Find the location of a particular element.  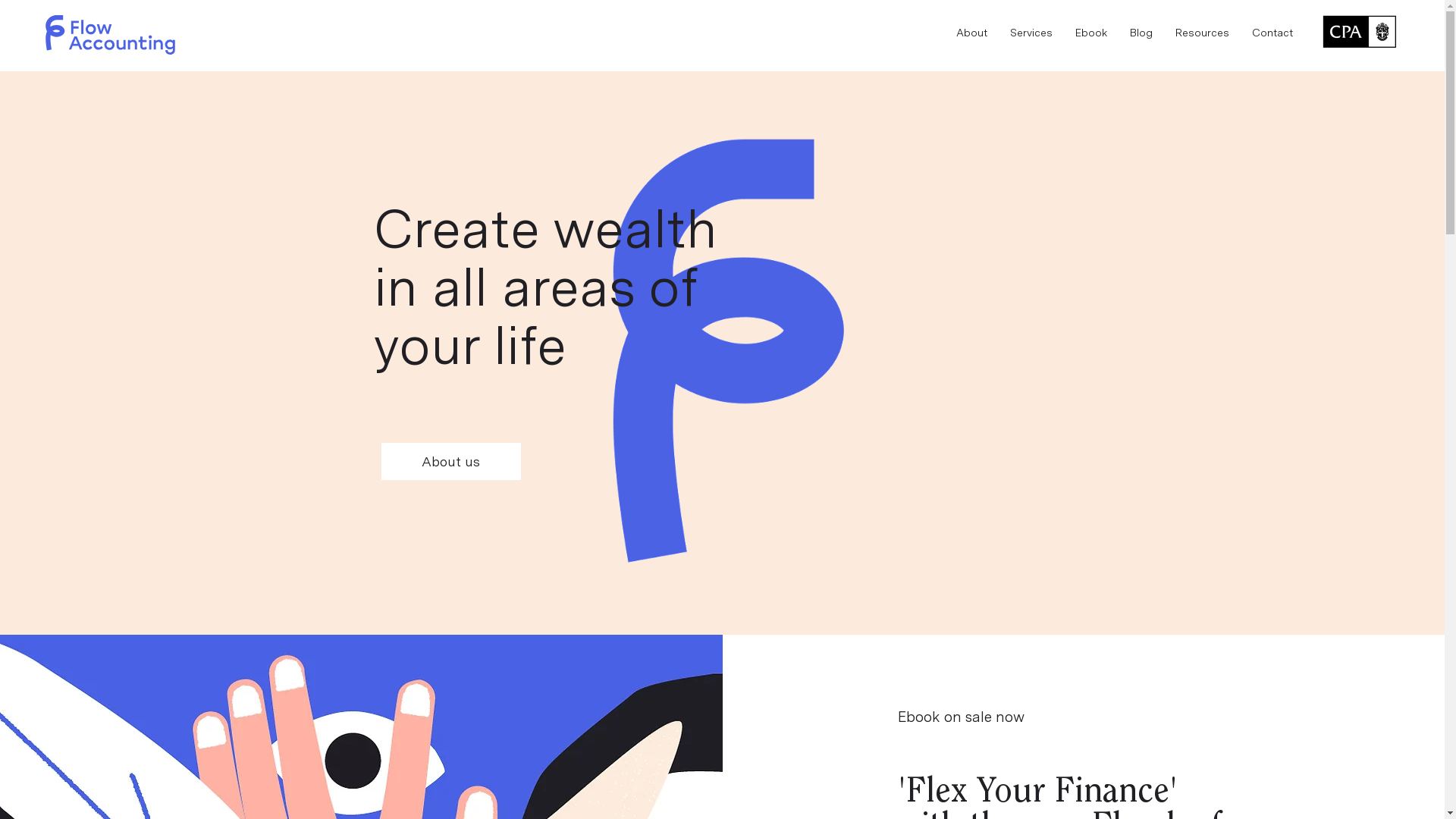

'Ebook' is located at coordinates (1090, 33).